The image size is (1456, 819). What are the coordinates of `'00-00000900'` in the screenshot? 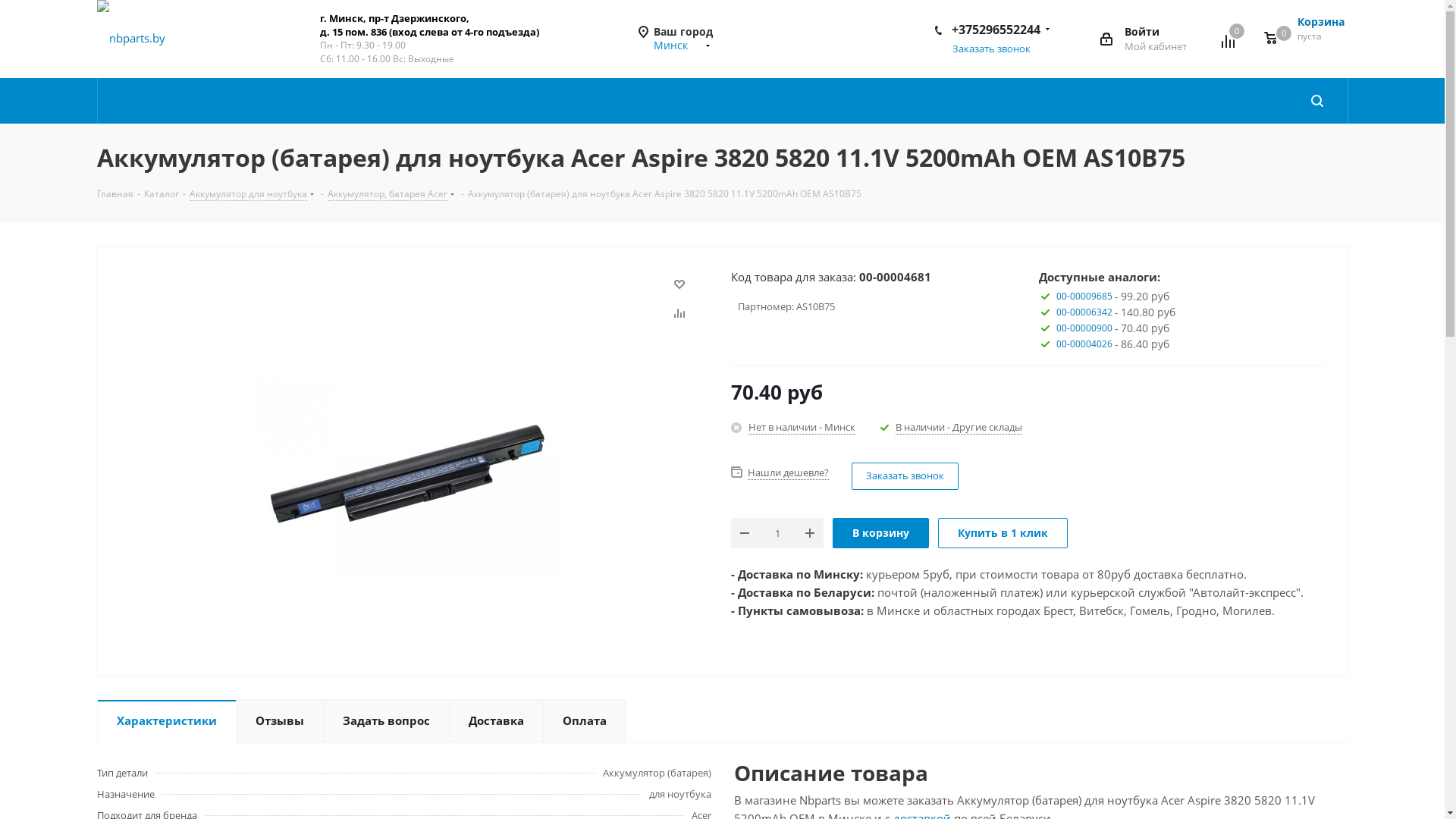 It's located at (1084, 327).